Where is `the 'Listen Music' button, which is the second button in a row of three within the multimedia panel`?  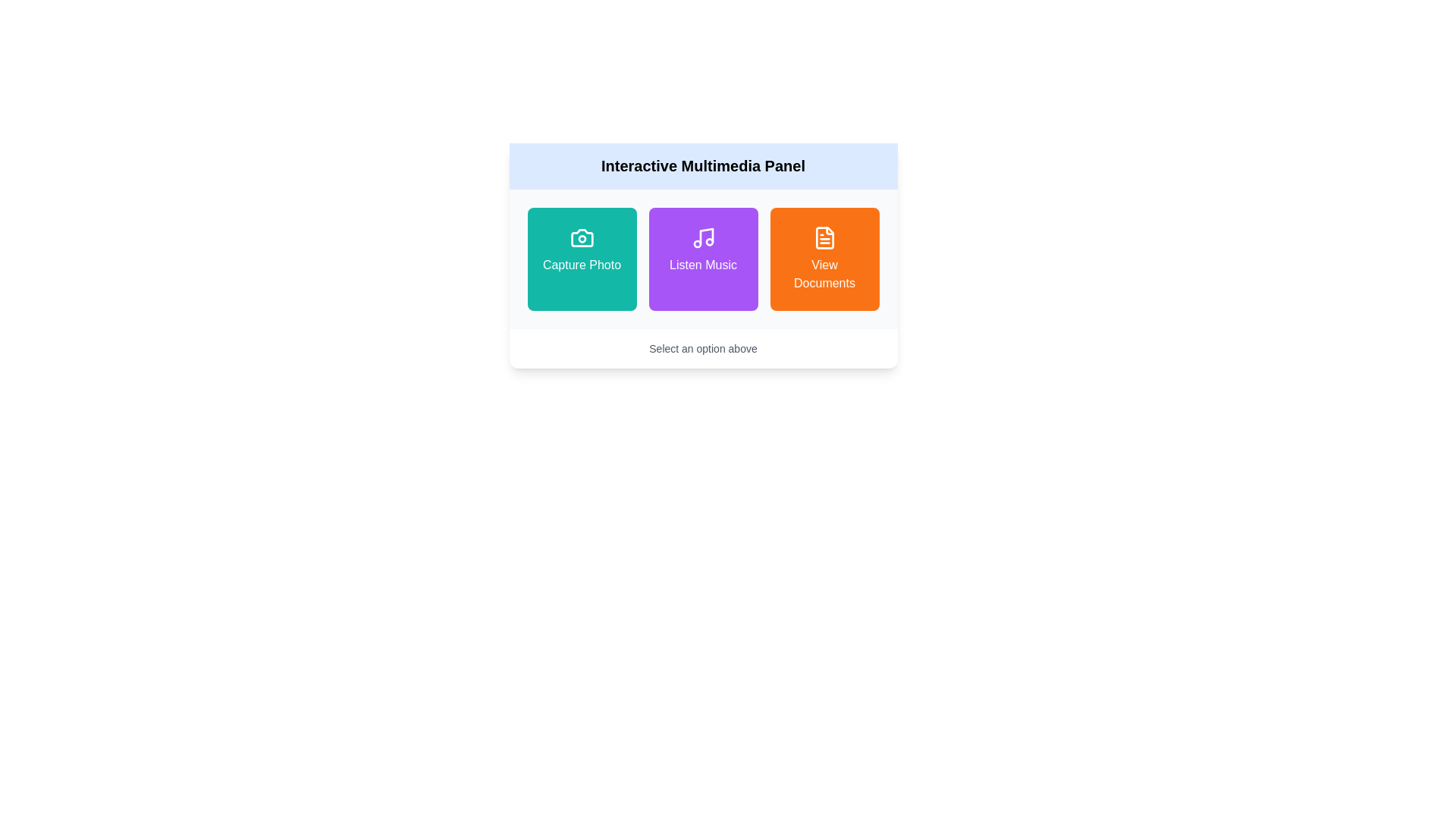 the 'Listen Music' button, which is the second button in a row of three within the multimedia panel is located at coordinates (702, 259).